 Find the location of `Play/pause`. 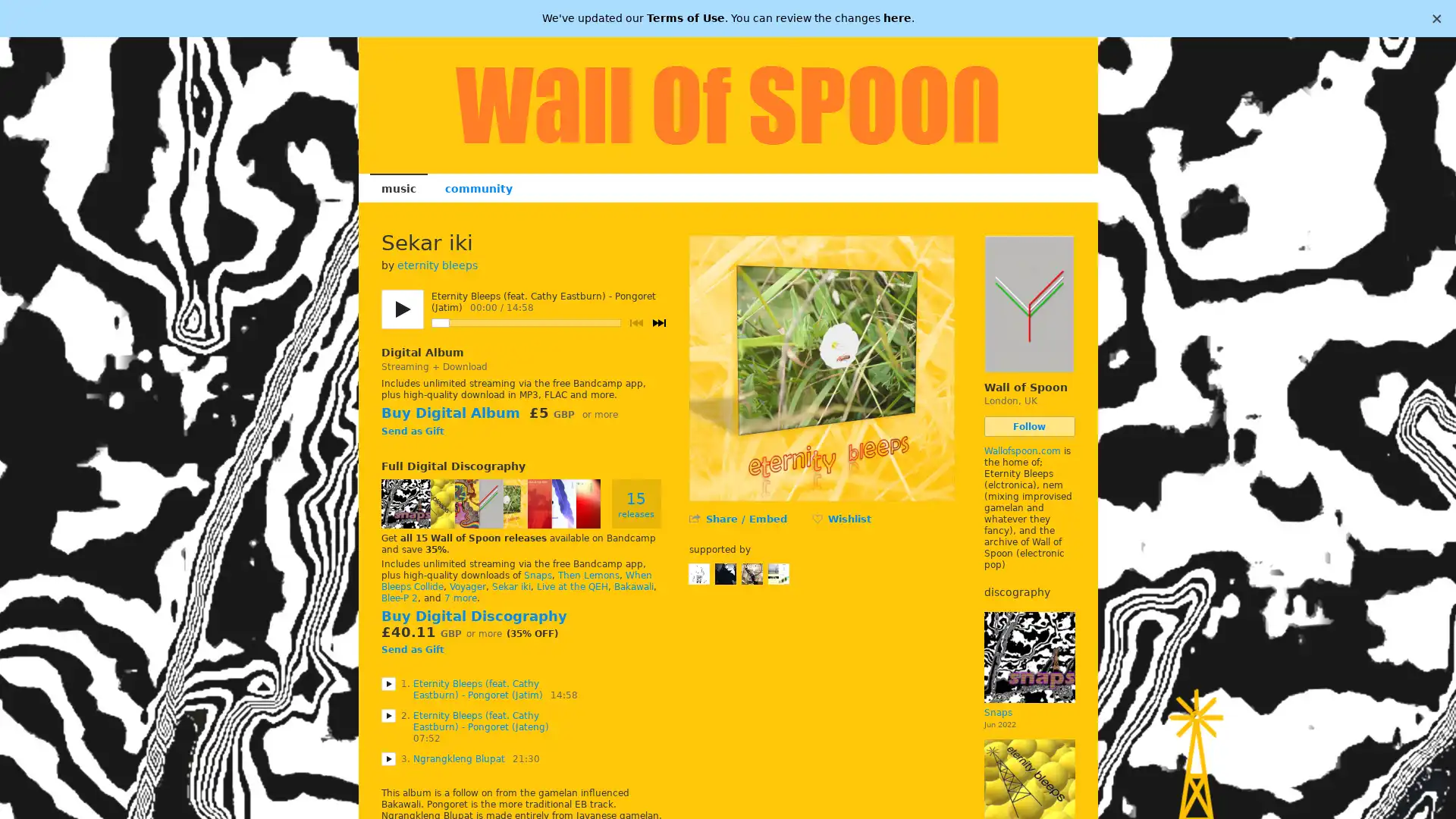

Play/pause is located at coordinates (401, 309).